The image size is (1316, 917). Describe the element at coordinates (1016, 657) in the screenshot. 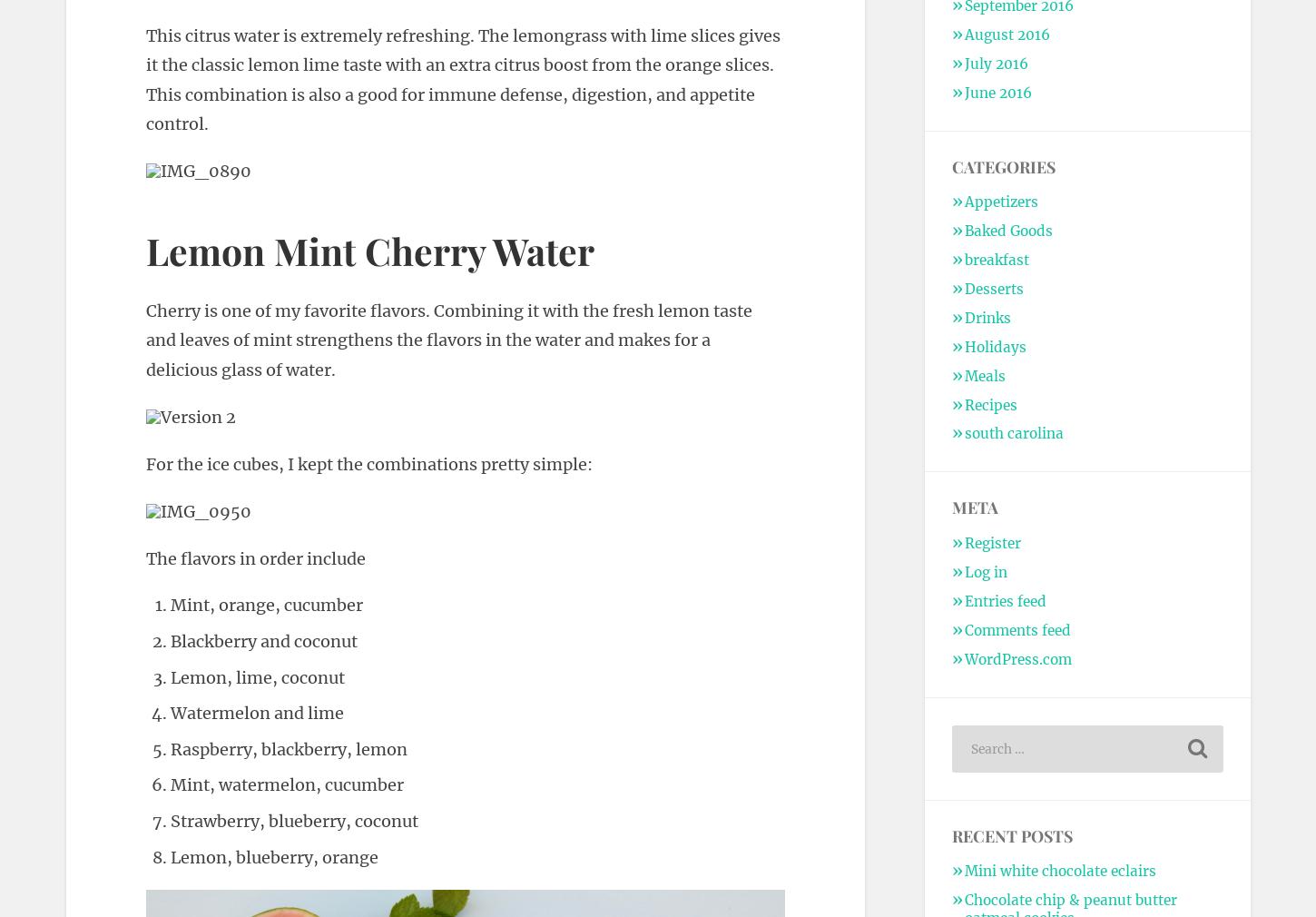

I see `'WordPress.com'` at that location.